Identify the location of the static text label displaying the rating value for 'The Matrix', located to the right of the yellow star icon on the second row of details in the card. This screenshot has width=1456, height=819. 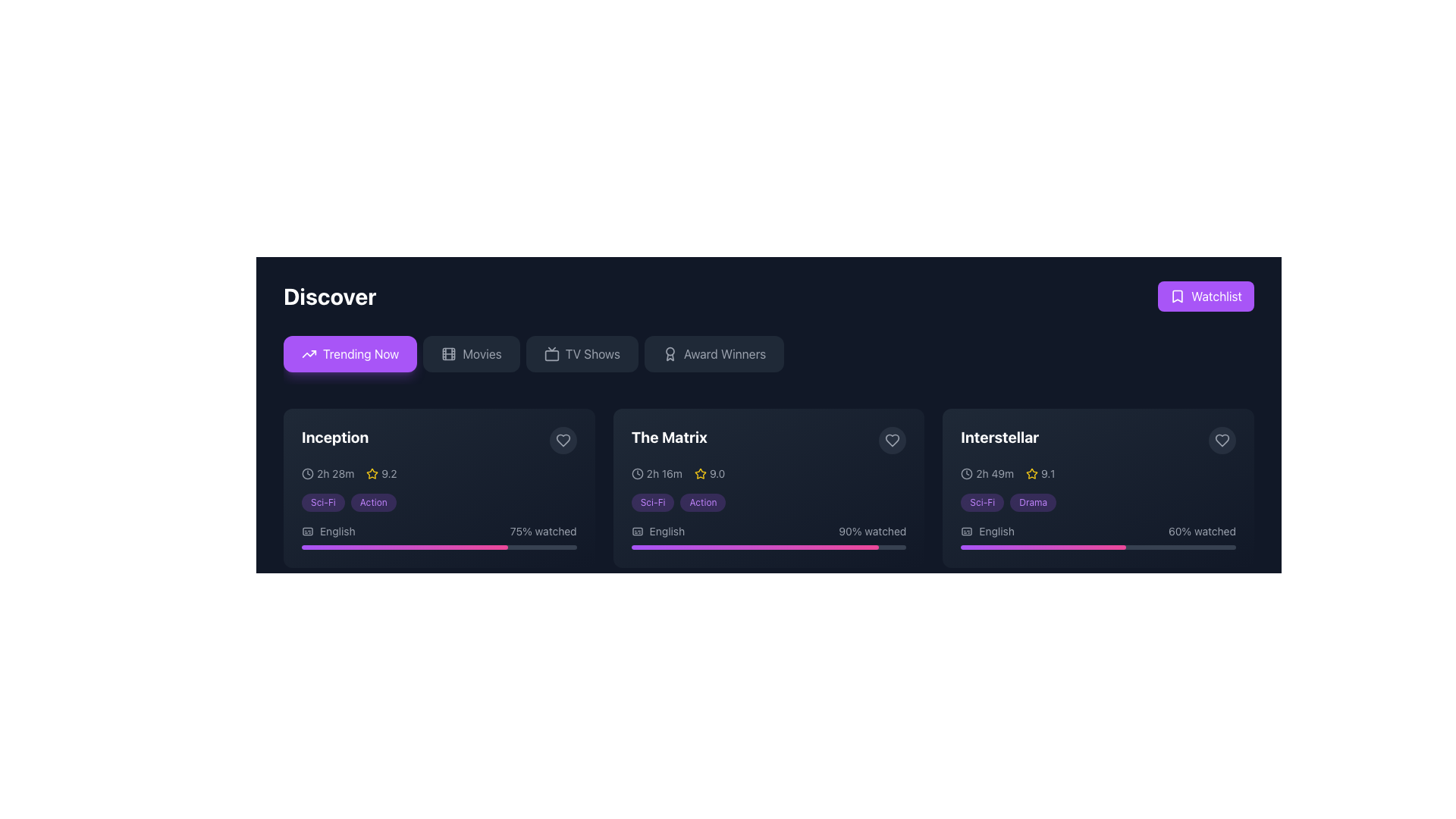
(717, 472).